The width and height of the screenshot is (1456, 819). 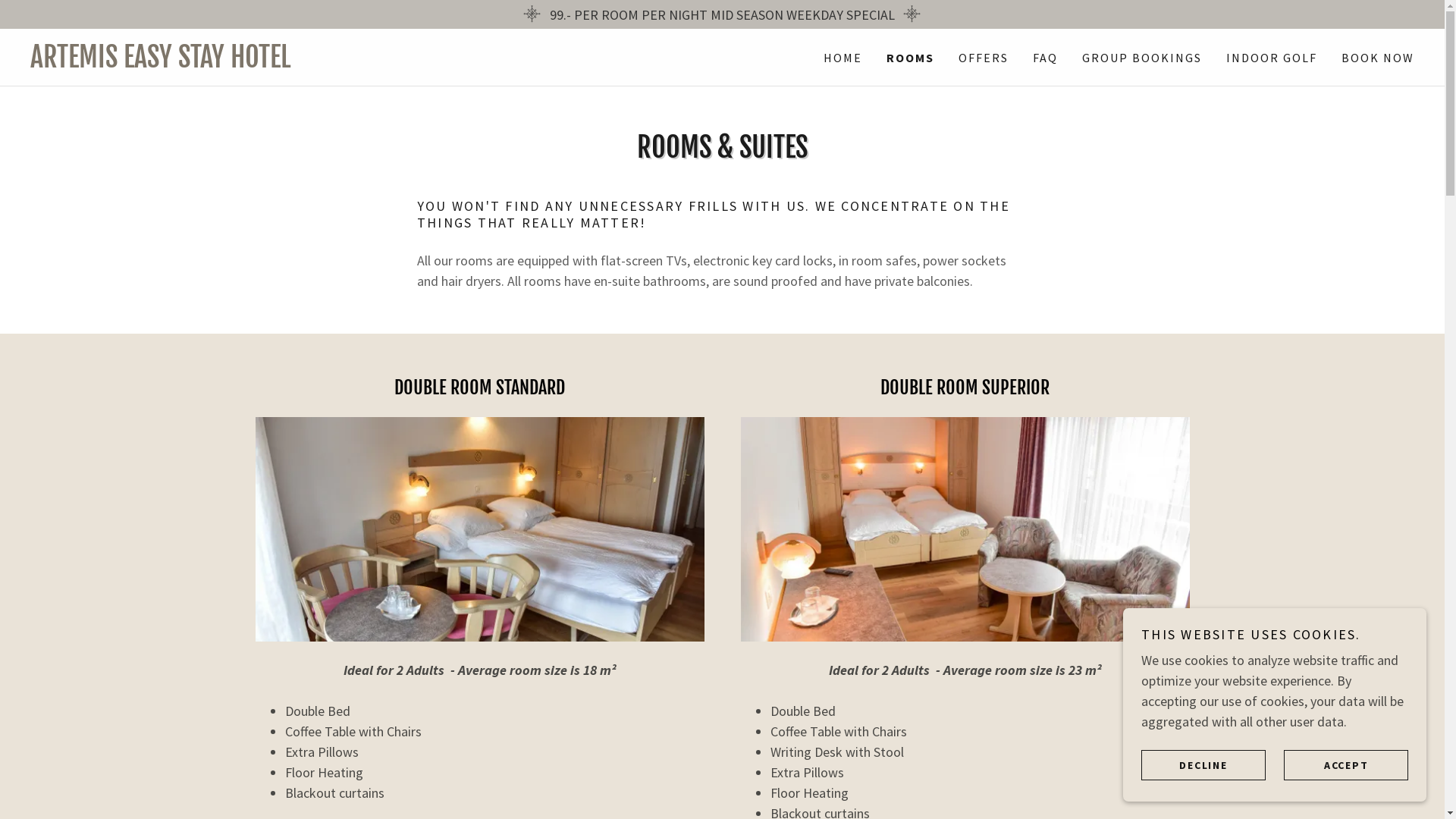 I want to click on 'INDOOR GOLF', so click(x=1271, y=57).